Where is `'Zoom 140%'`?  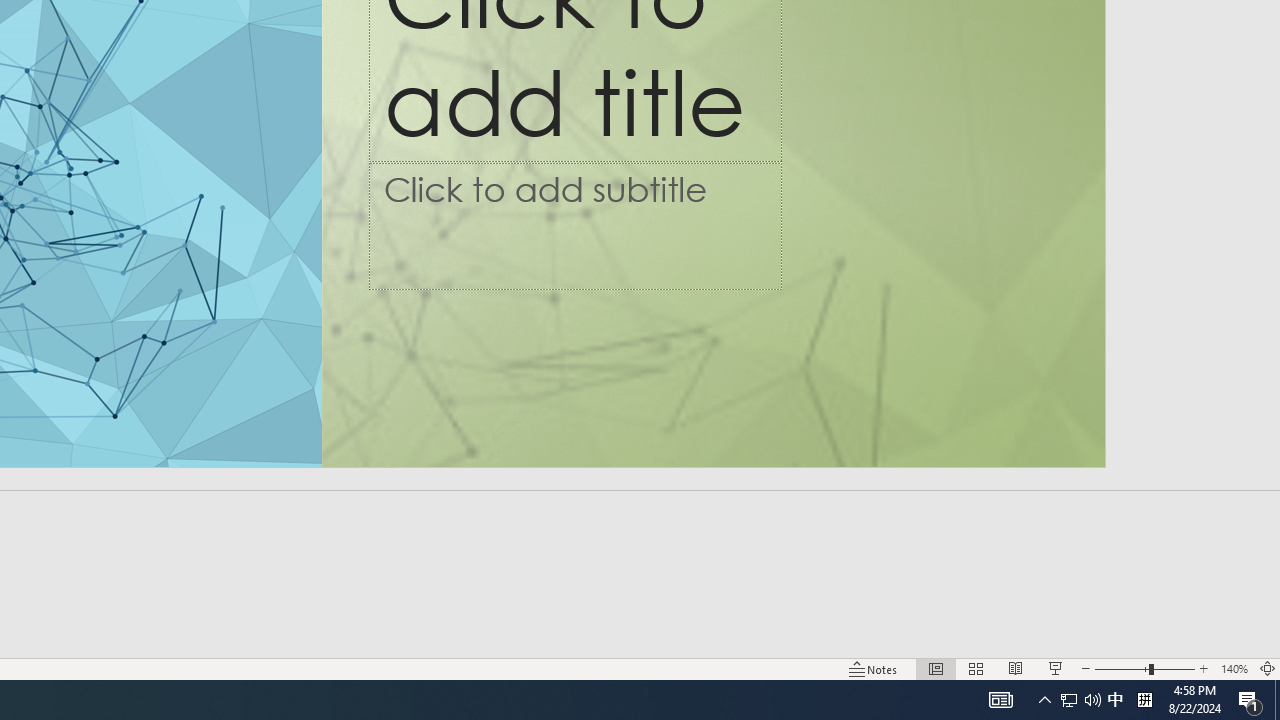
'Zoom 140%' is located at coordinates (1233, 669).